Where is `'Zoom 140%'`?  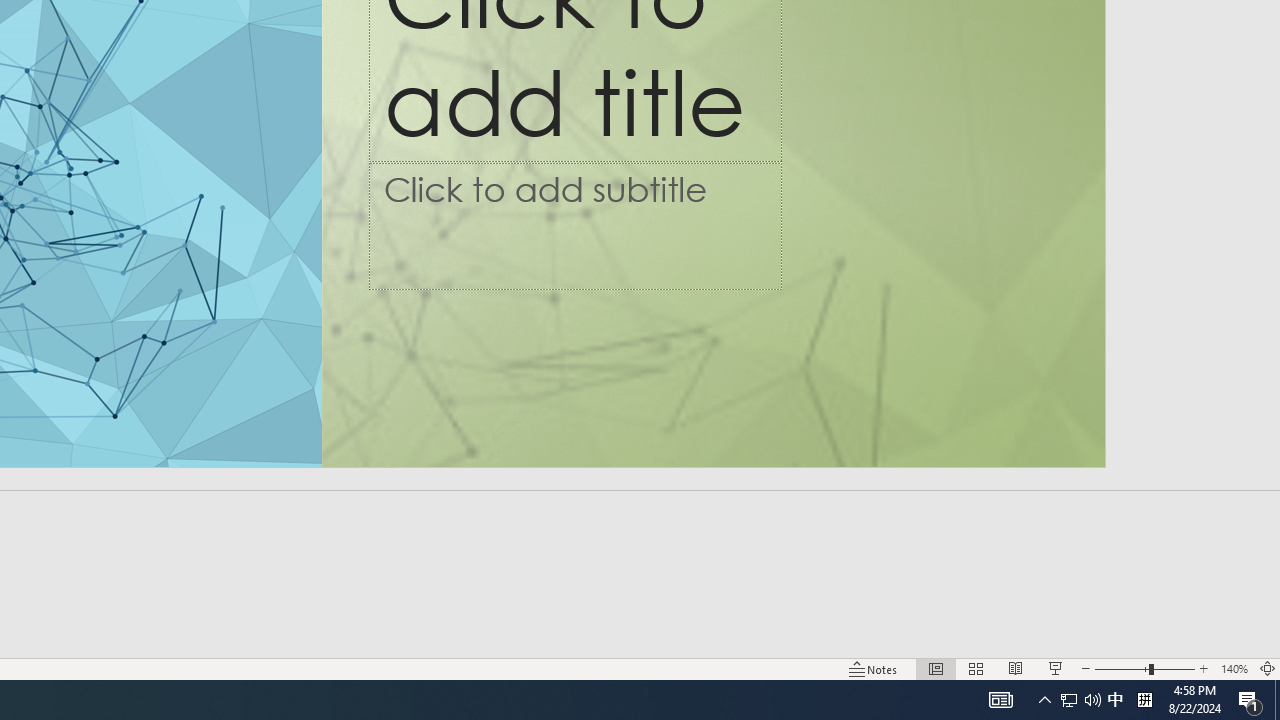
'Zoom 140%' is located at coordinates (1233, 669).